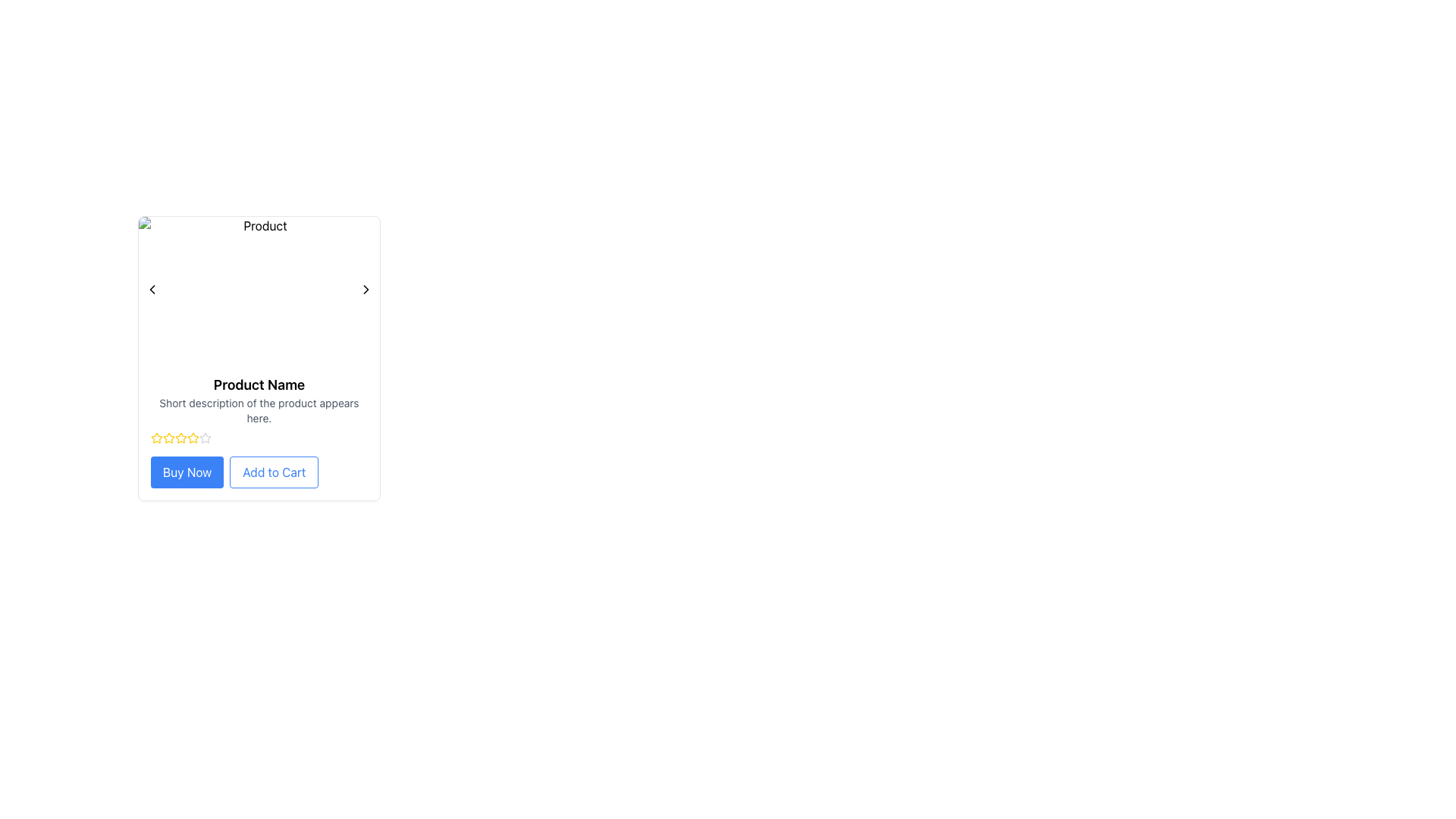 This screenshot has height=819, width=1456. I want to click on the third star-shaped icon filled with yellow color and outlined with a black border in the rating system, located underneath the product description section, so click(192, 438).